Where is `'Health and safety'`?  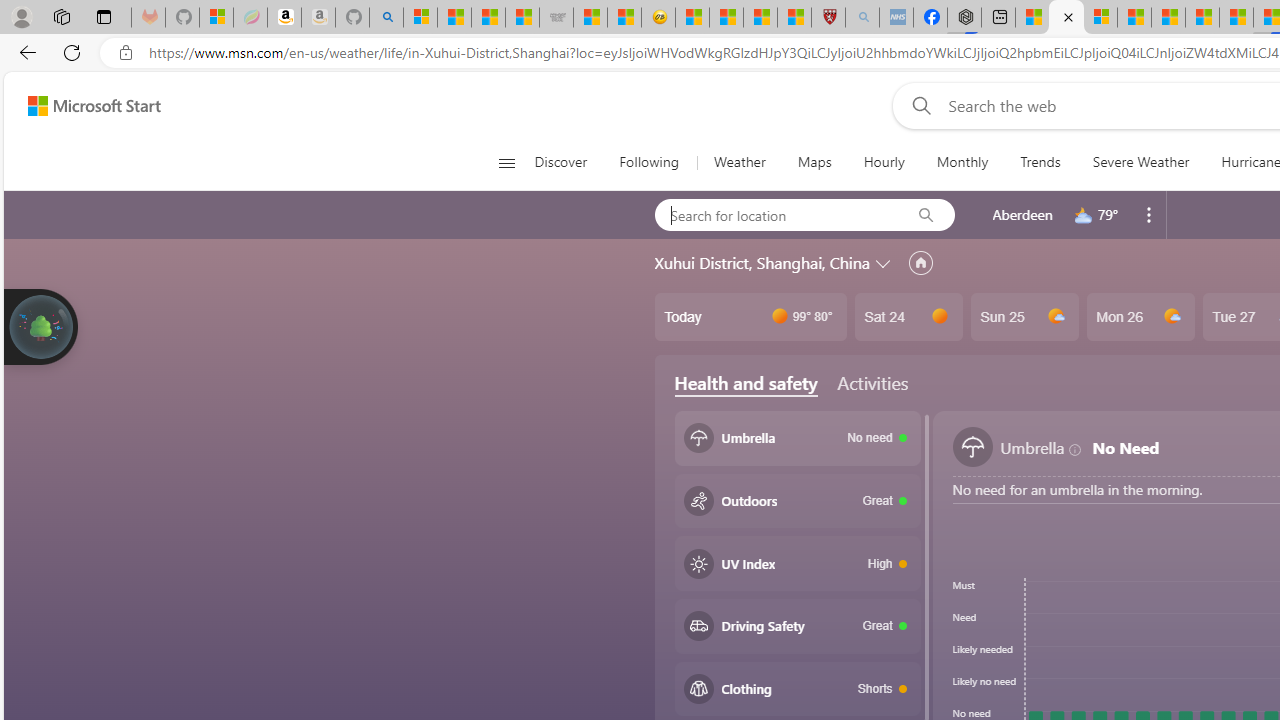 'Health and safety' is located at coordinates (745, 383).